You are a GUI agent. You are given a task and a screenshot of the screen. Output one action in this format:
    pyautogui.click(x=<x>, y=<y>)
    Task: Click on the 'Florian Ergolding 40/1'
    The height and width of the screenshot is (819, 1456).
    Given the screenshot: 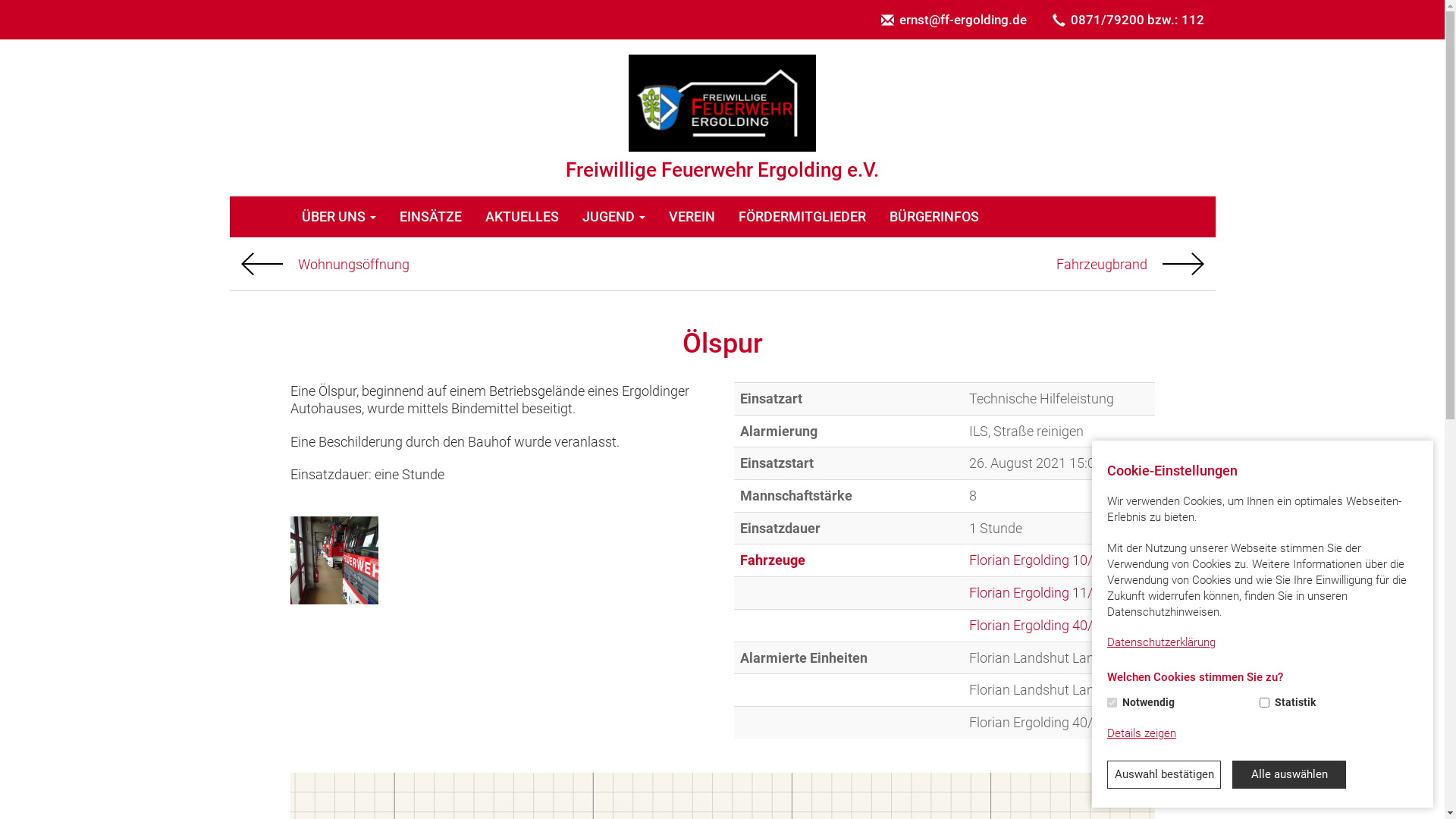 What is the action you would take?
    pyautogui.click(x=1034, y=625)
    